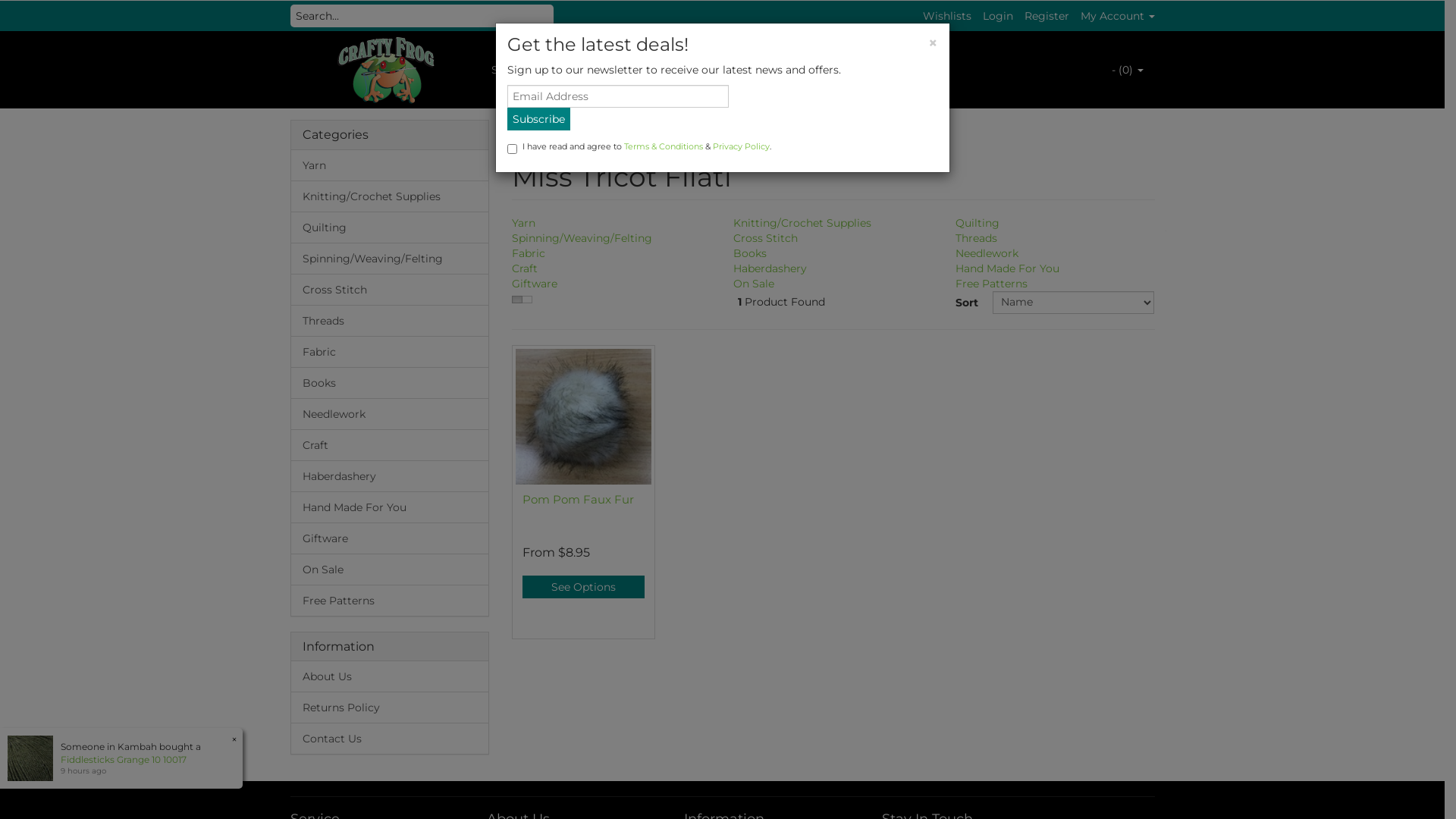  What do you see at coordinates (538, 118) in the screenshot?
I see `'Subscribe'` at bounding box center [538, 118].